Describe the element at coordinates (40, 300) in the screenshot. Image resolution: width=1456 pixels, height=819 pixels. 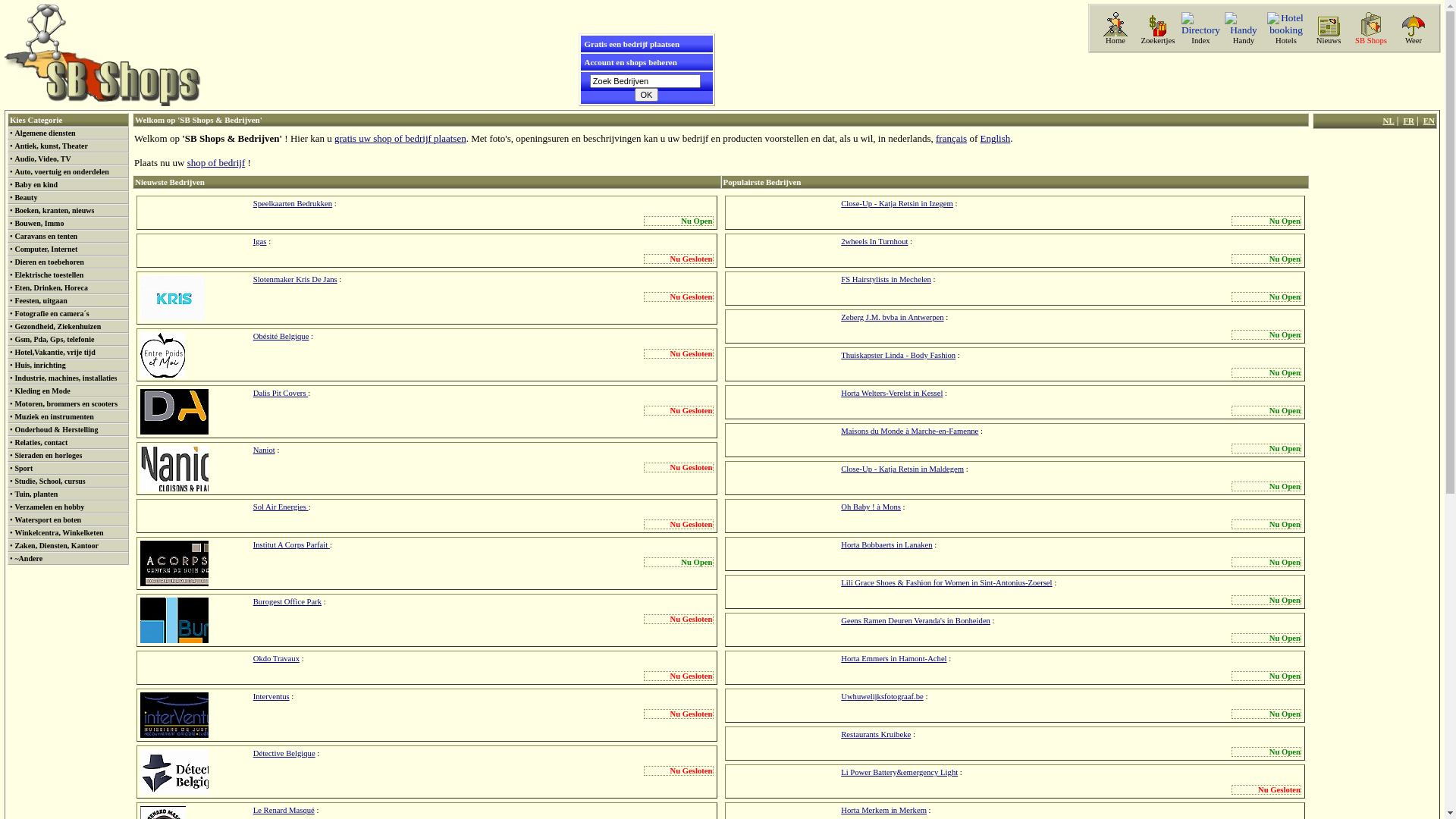
I see `'Feesten, uitgaan'` at that location.